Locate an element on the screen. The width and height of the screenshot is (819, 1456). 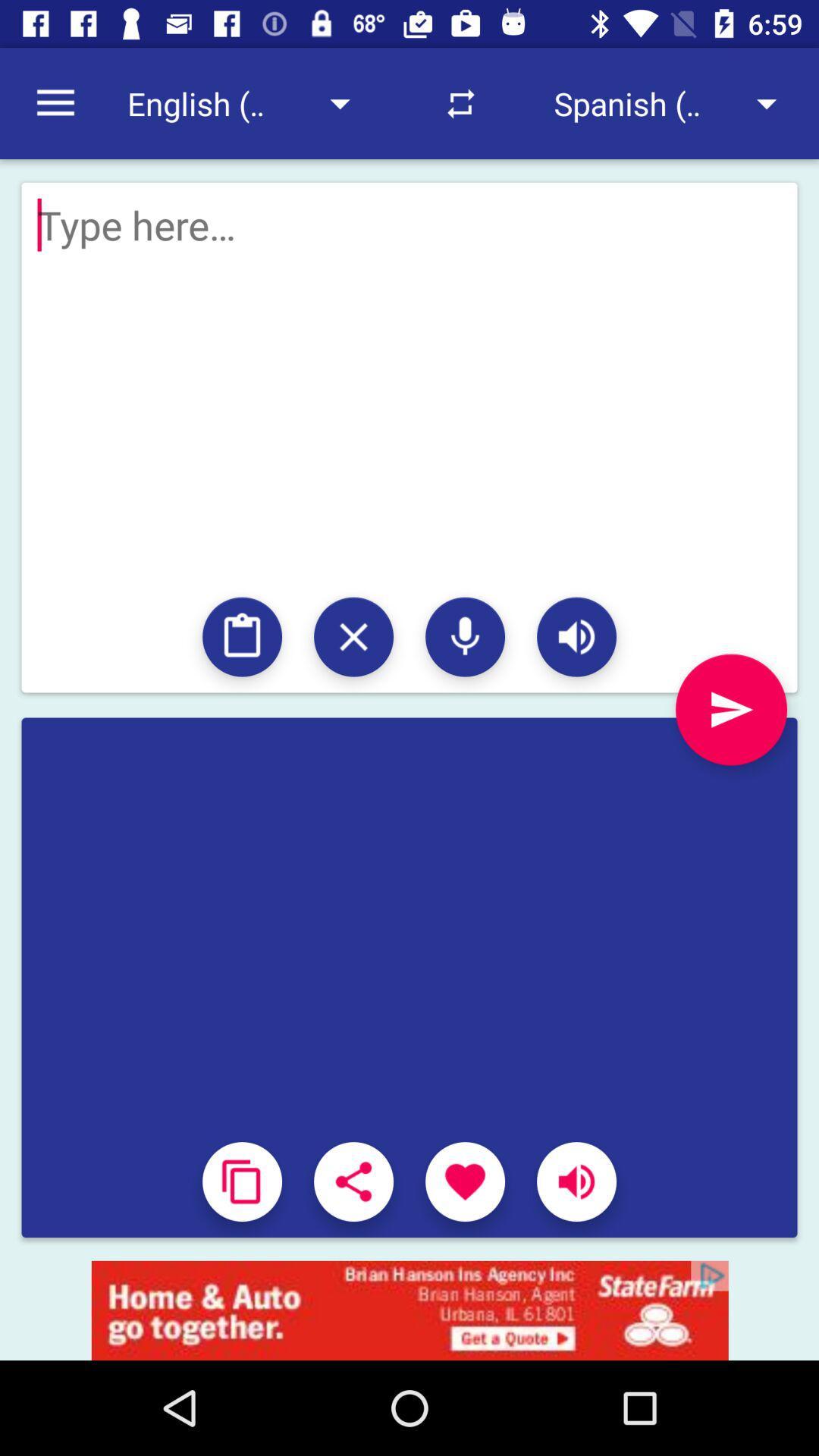
to searched list is located at coordinates (241, 637).